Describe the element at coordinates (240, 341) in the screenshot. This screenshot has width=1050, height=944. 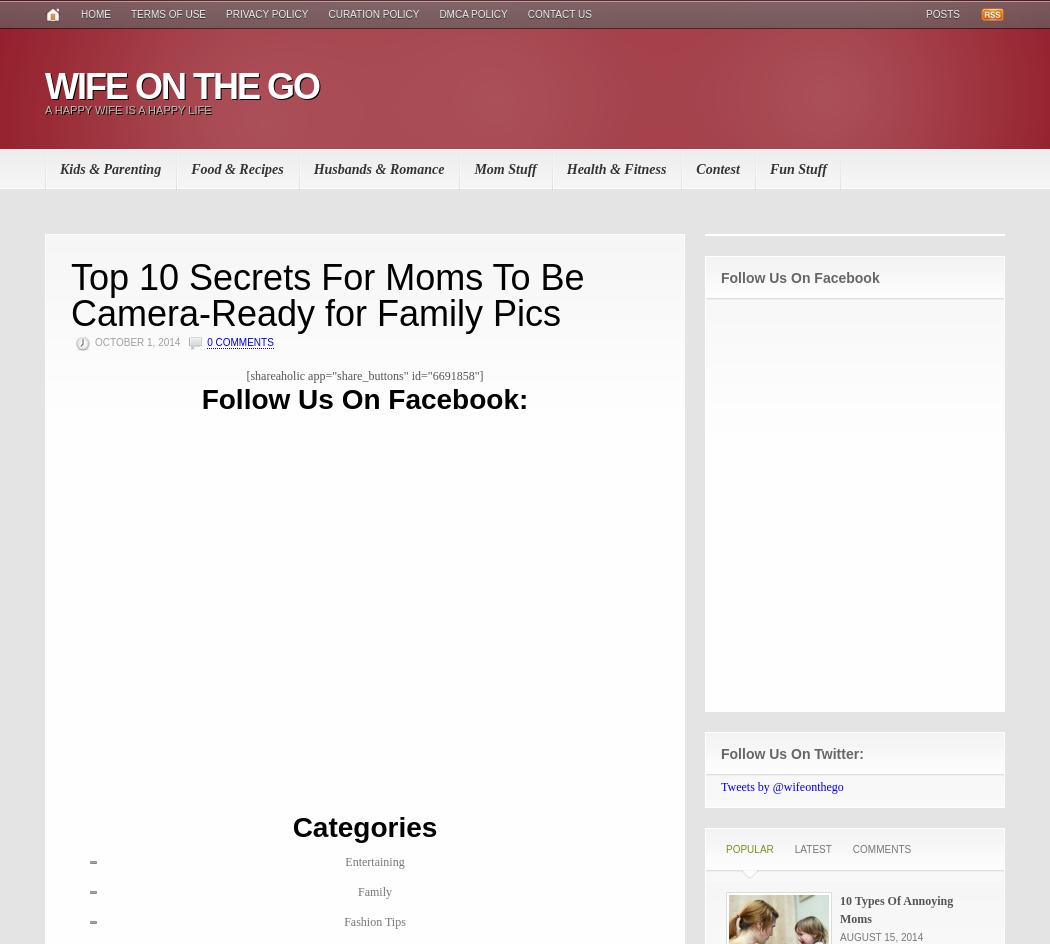
I see `'0 Comments'` at that location.